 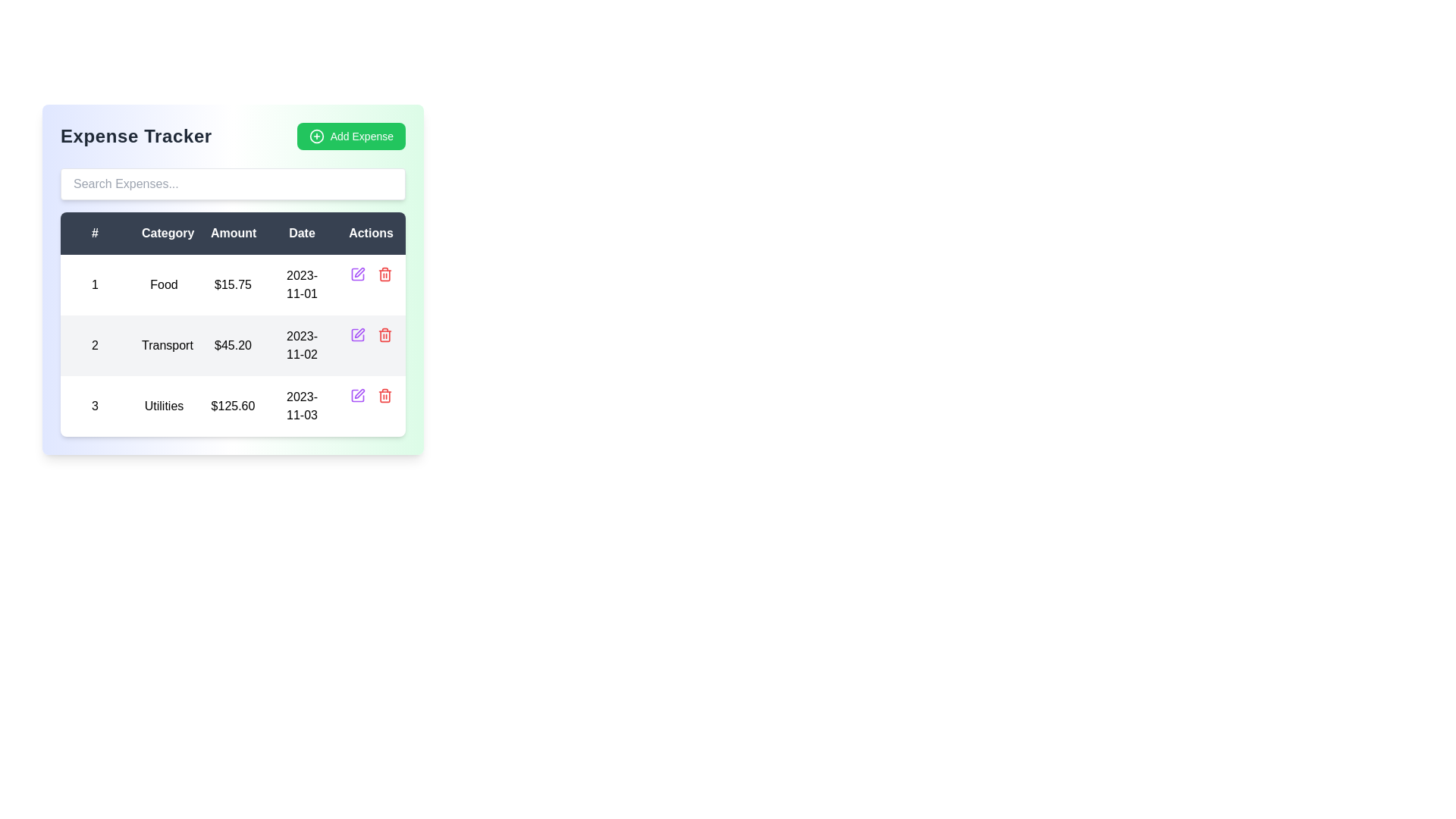 I want to click on text from the monetary amount label located in the Amount column of the second row of the table, so click(x=232, y=345).